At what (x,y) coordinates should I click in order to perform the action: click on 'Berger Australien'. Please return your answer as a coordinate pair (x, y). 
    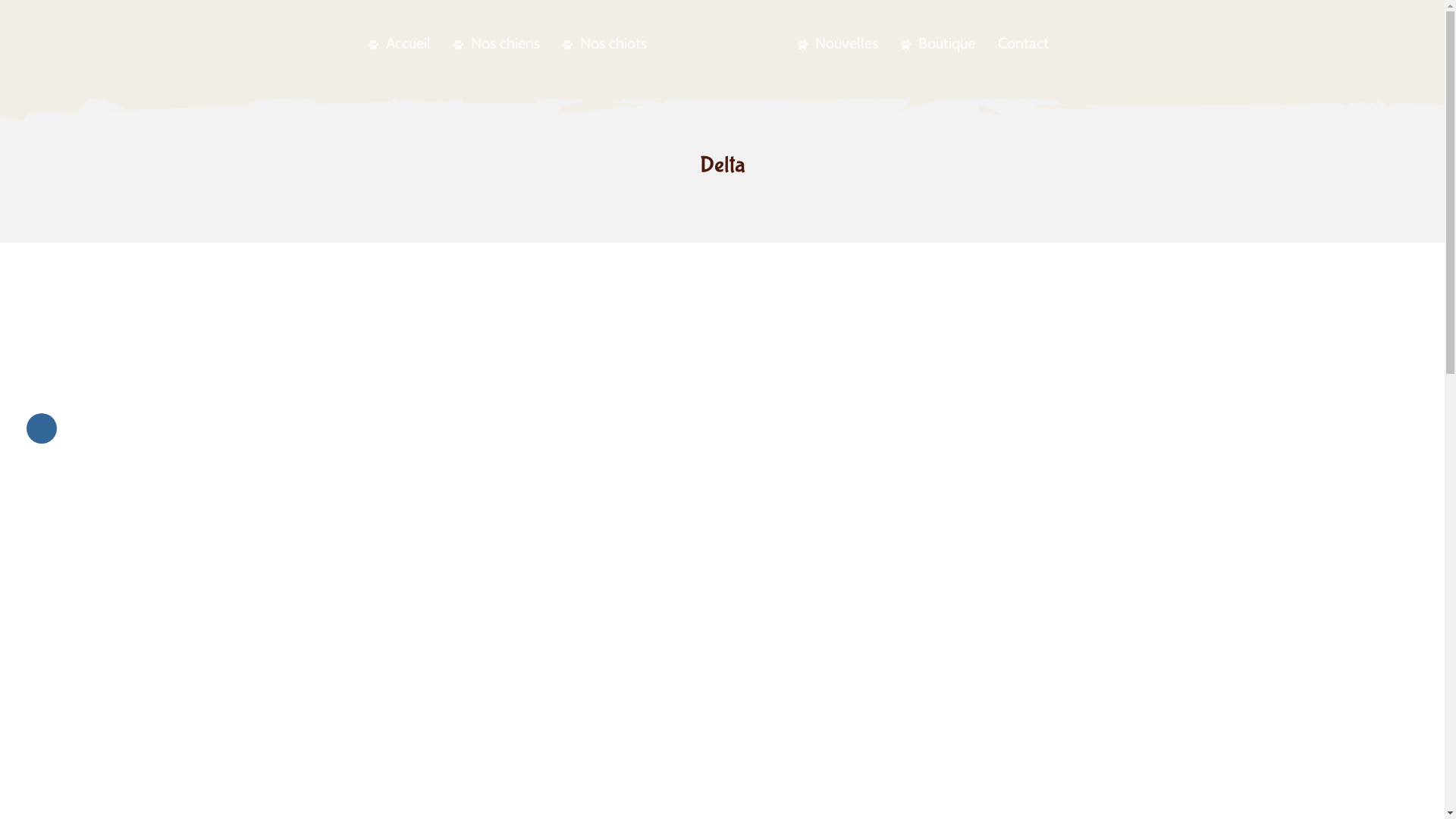
    Looking at the image, I should click on (720, 40).